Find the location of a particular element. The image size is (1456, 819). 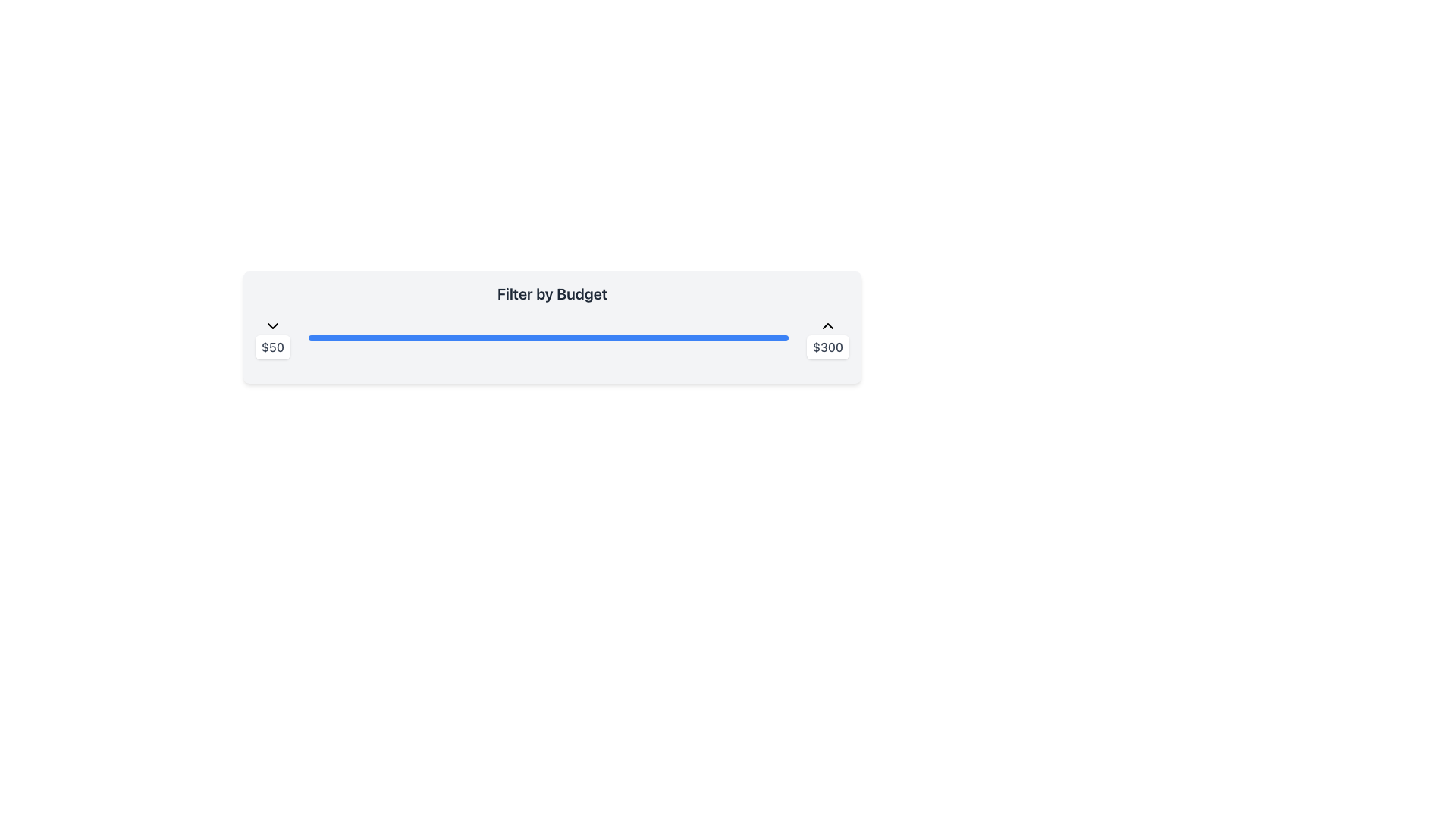

the value of the slider is located at coordinates (576, 337).